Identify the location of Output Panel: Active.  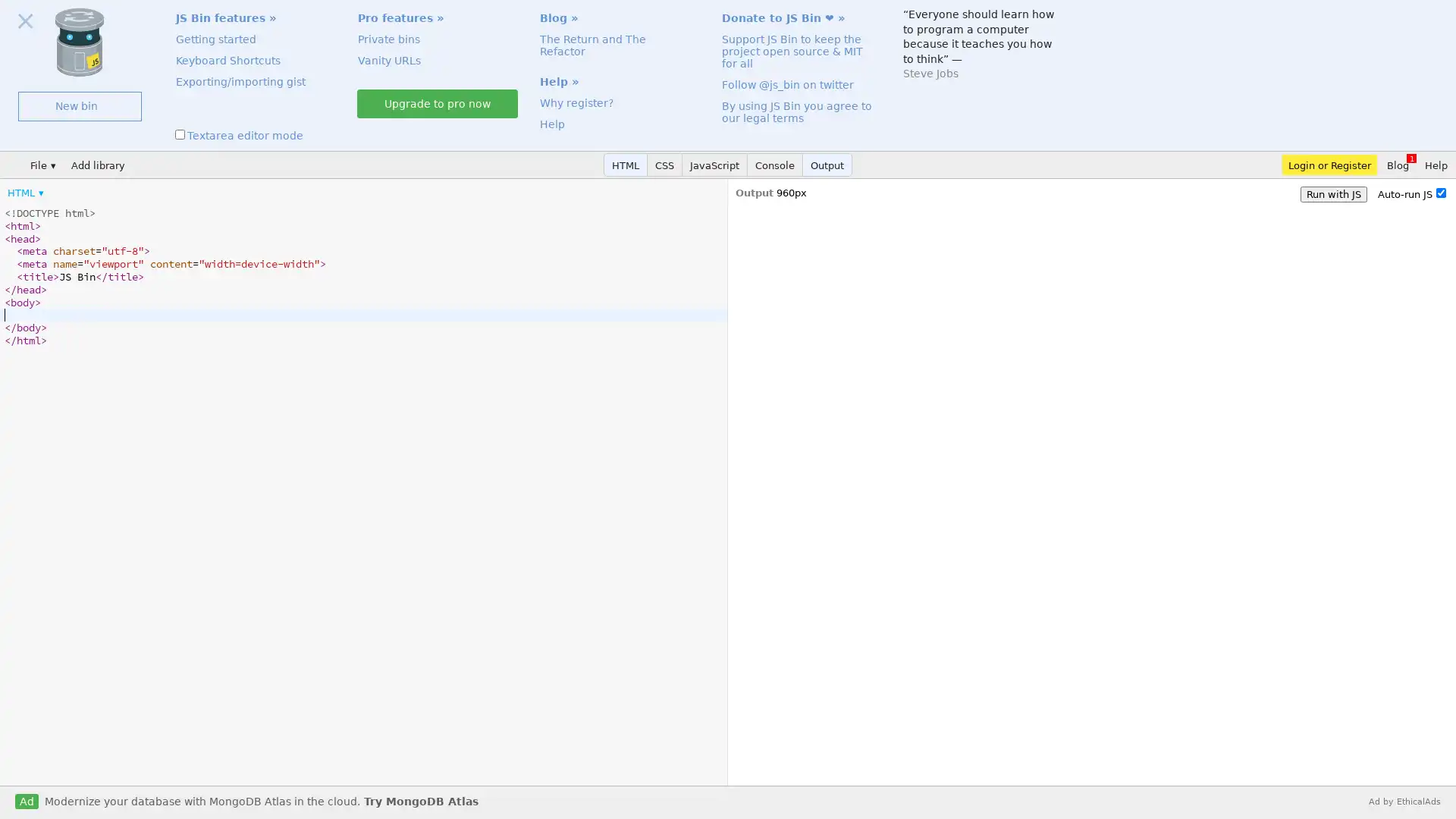
(827, 165).